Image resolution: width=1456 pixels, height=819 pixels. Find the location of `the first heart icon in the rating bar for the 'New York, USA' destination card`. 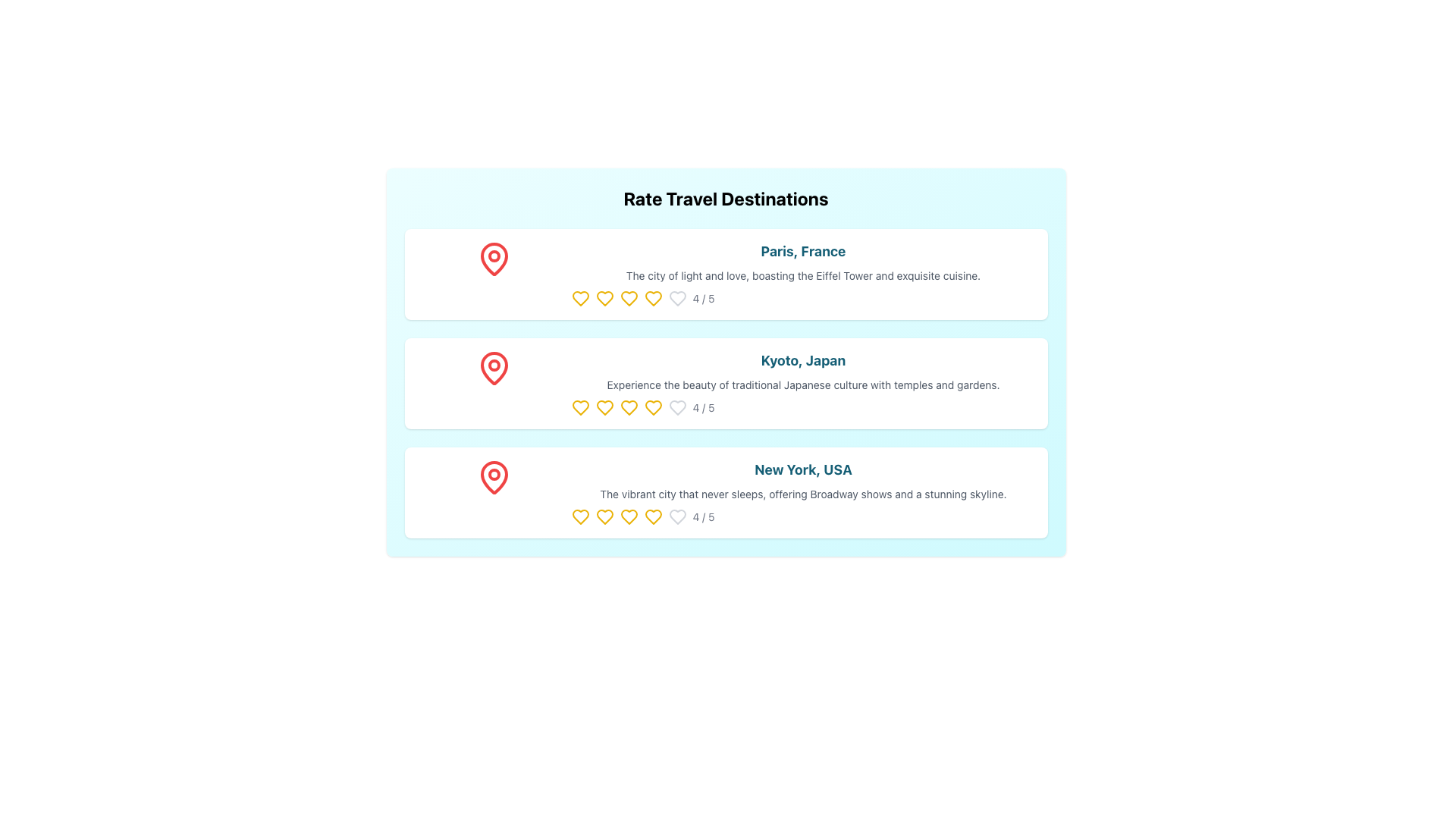

the first heart icon in the rating bar for the 'New York, USA' destination card is located at coordinates (579, 516).